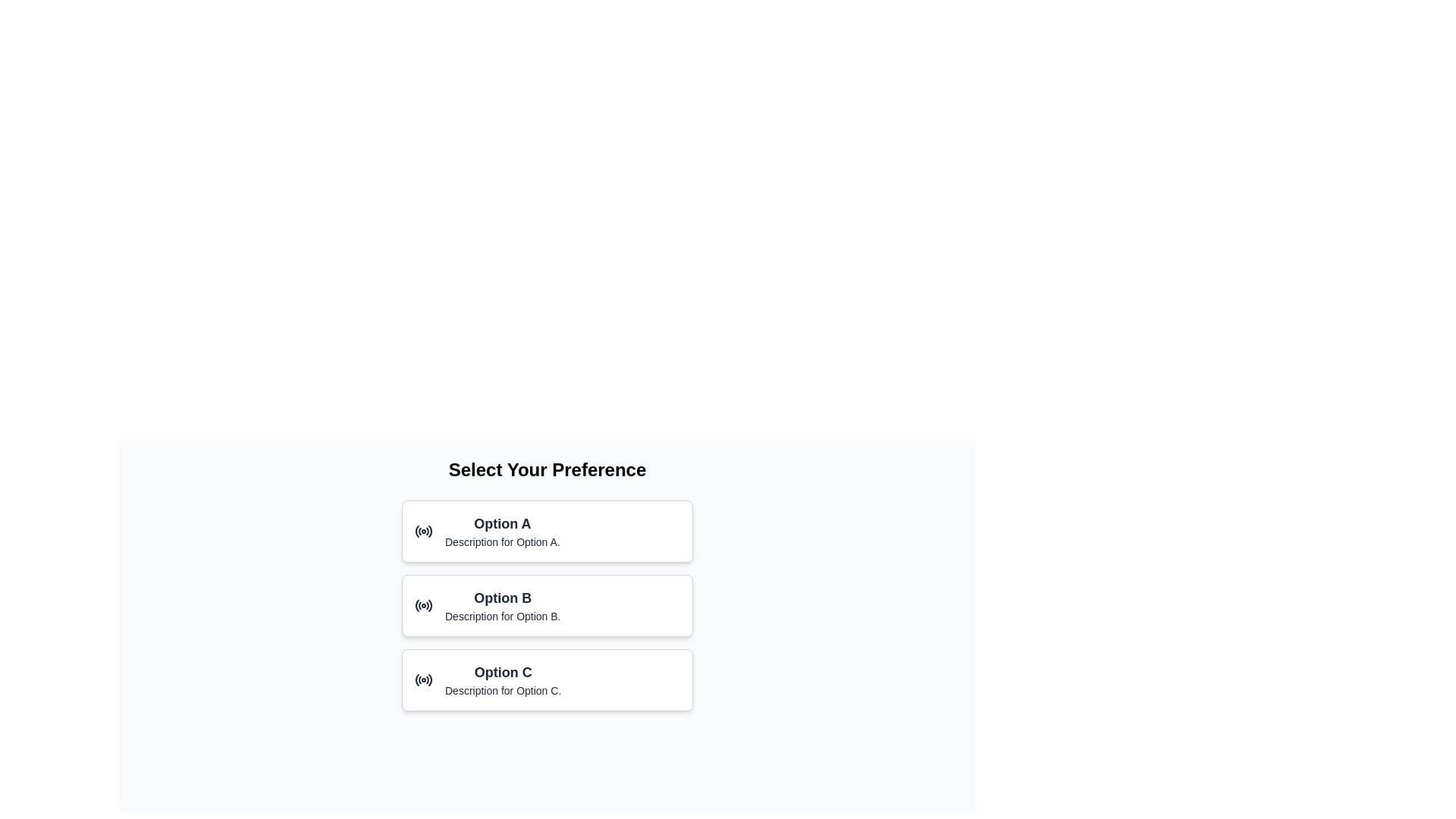 The image size is (1456, 819). Describe the element at coordinates (502, 604) in the screenshot. I see `the 'Option B' text block, which is the second card in a vertical stack of three options` at that location.